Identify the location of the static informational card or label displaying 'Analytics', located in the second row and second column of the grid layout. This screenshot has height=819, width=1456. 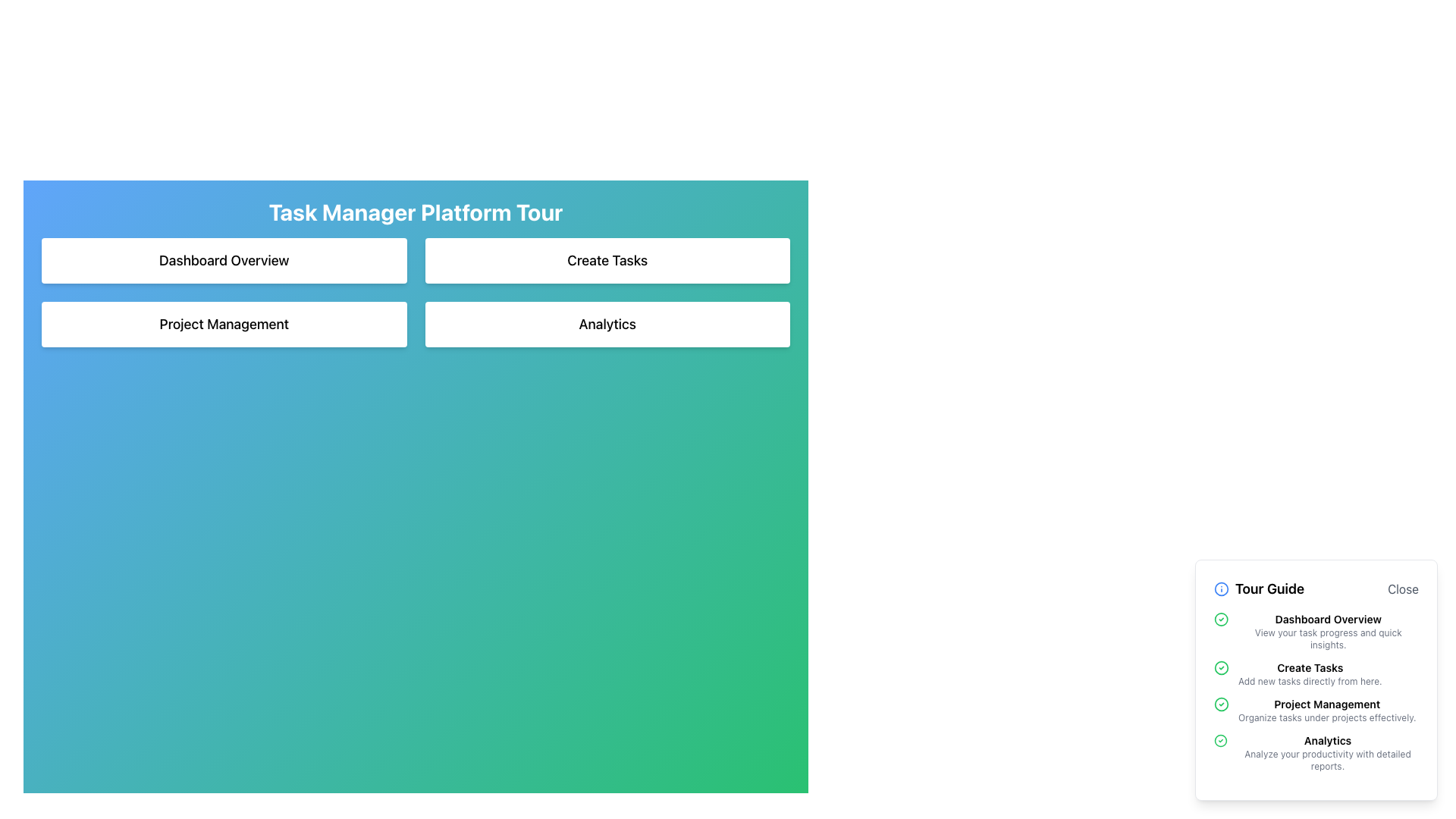
(607, 324).